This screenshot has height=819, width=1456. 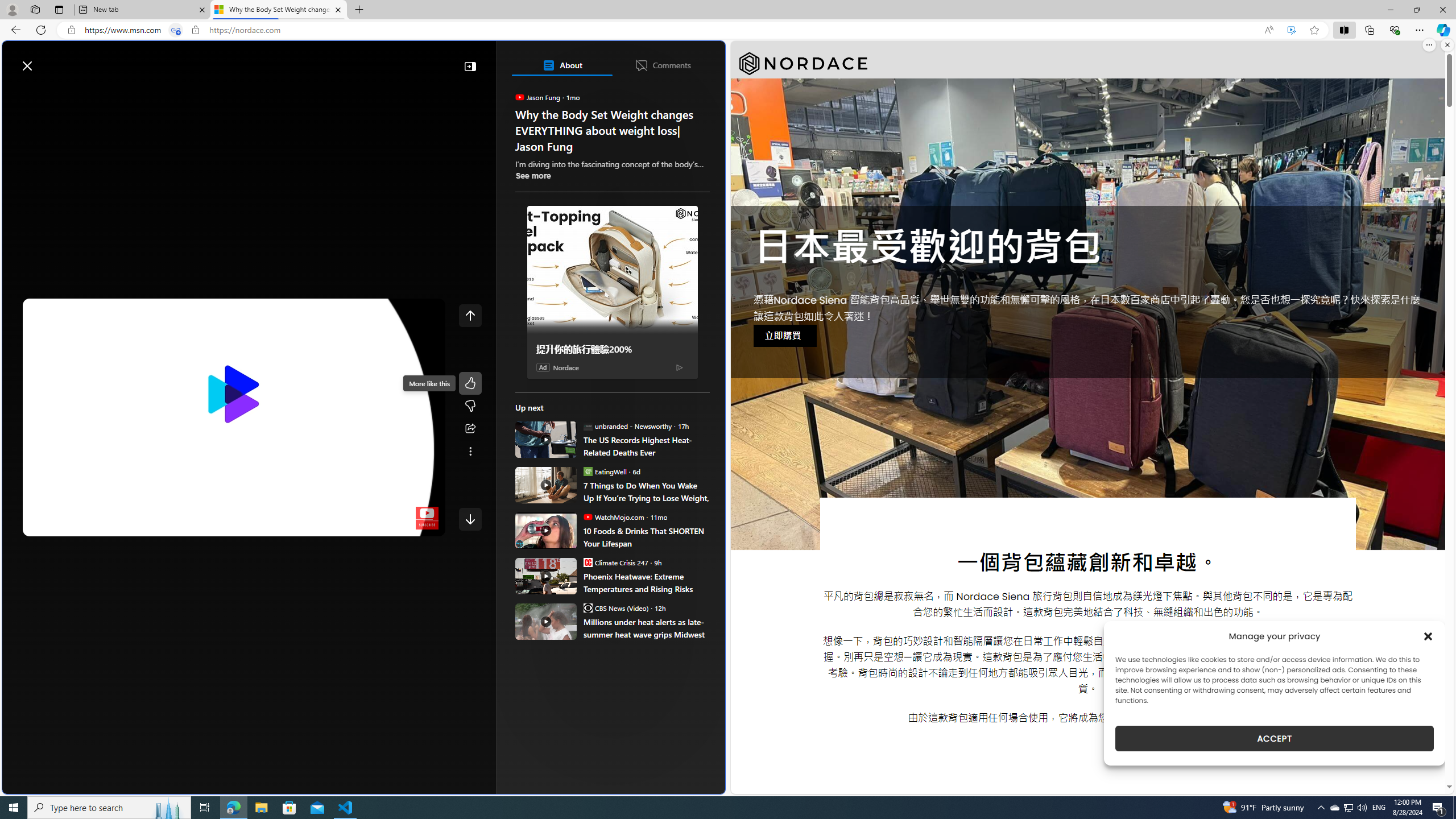 I want to click on 'unbranded - Newsworthy', so click(x=586, y=425).